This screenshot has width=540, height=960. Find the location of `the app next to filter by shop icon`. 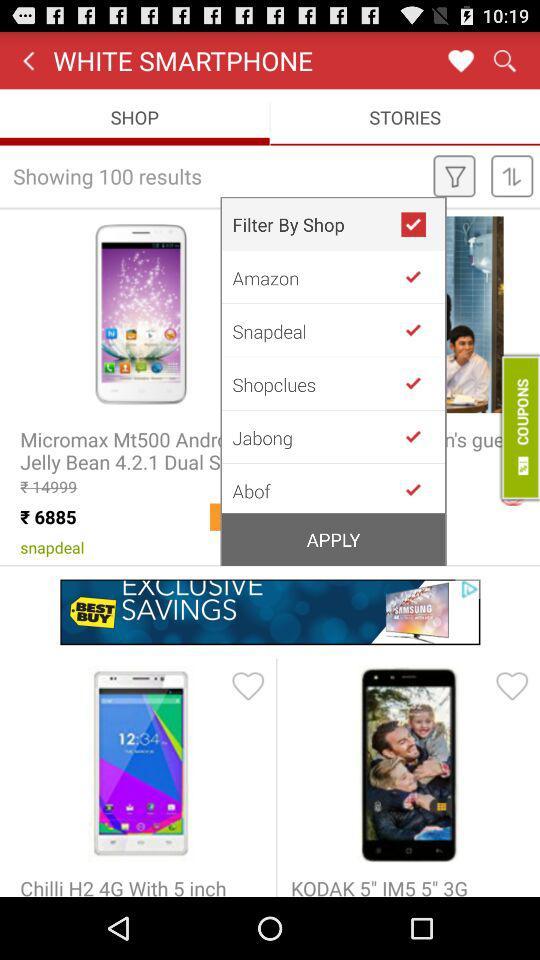

the app next to filter by shop icon is located at coordinates (421, 224).